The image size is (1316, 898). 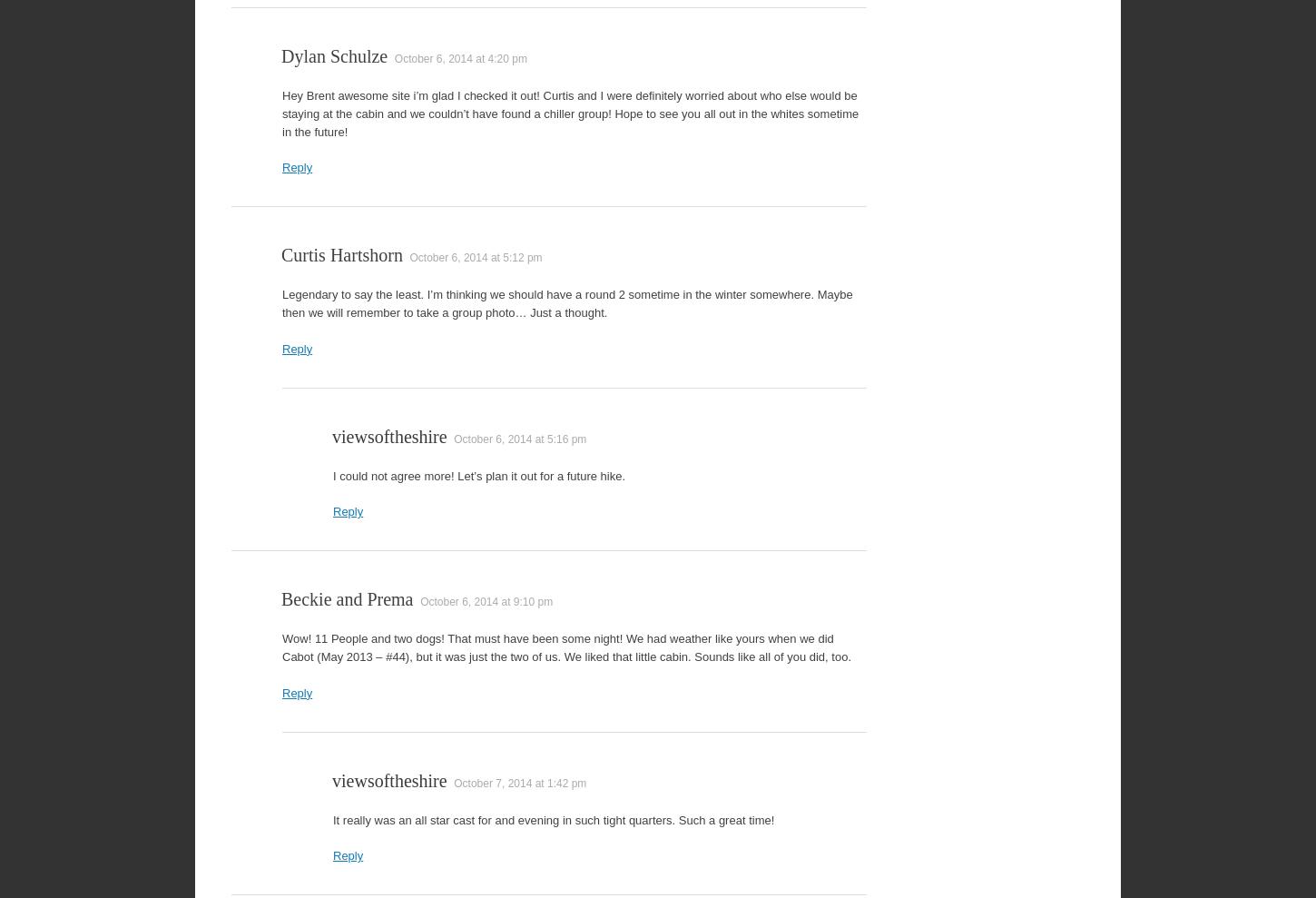 I want to click on 'Legendary to say the least. I’m thinking we should have a round 2 sometime in the winter somewhere. Maybe then we will remember to take a group photo…  Just a thought.', so click(x=565, y=302).